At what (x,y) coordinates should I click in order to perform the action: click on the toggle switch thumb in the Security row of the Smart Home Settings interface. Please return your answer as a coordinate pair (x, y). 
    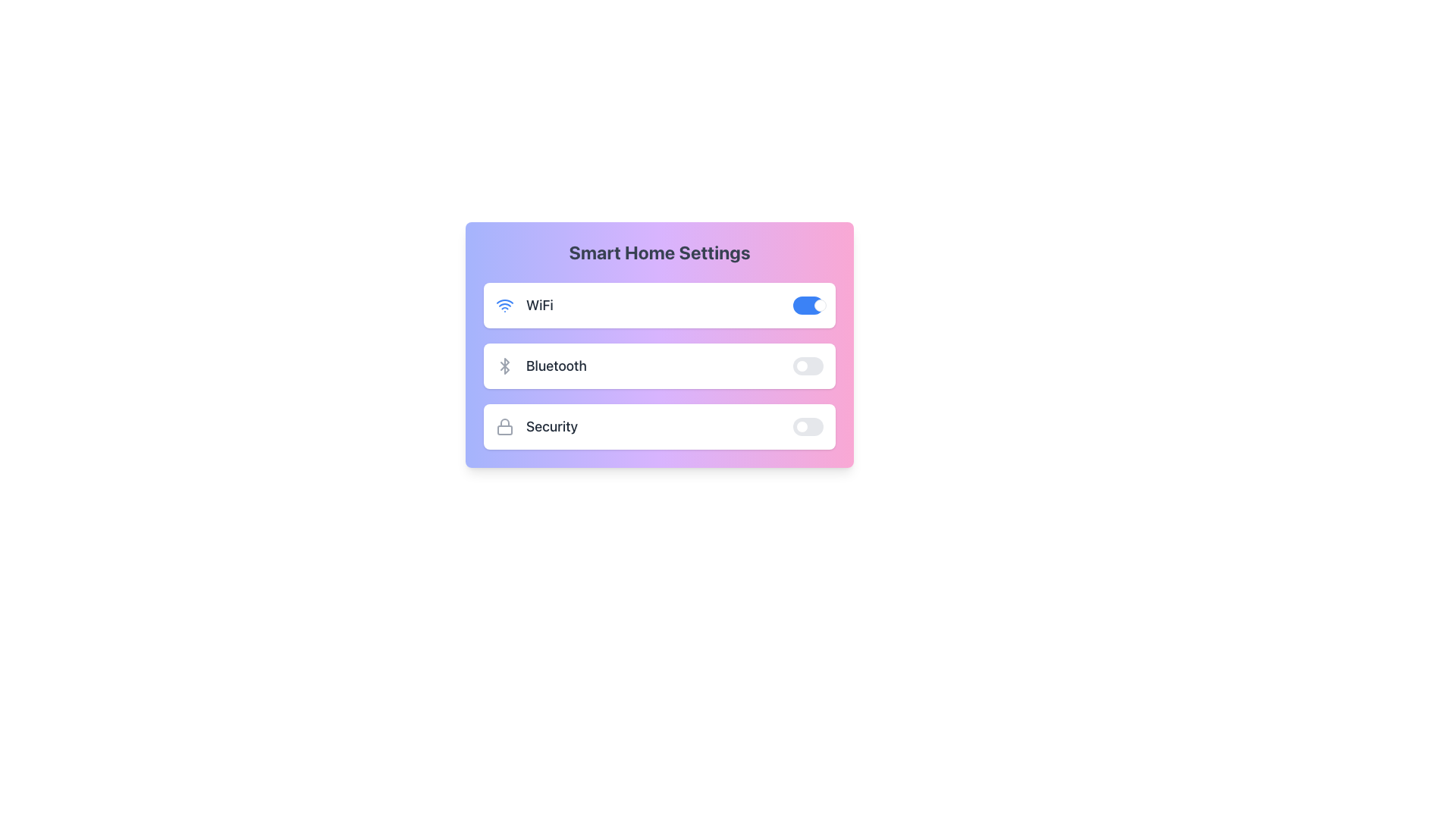
    Looking at the image, I should click on (801, 427).